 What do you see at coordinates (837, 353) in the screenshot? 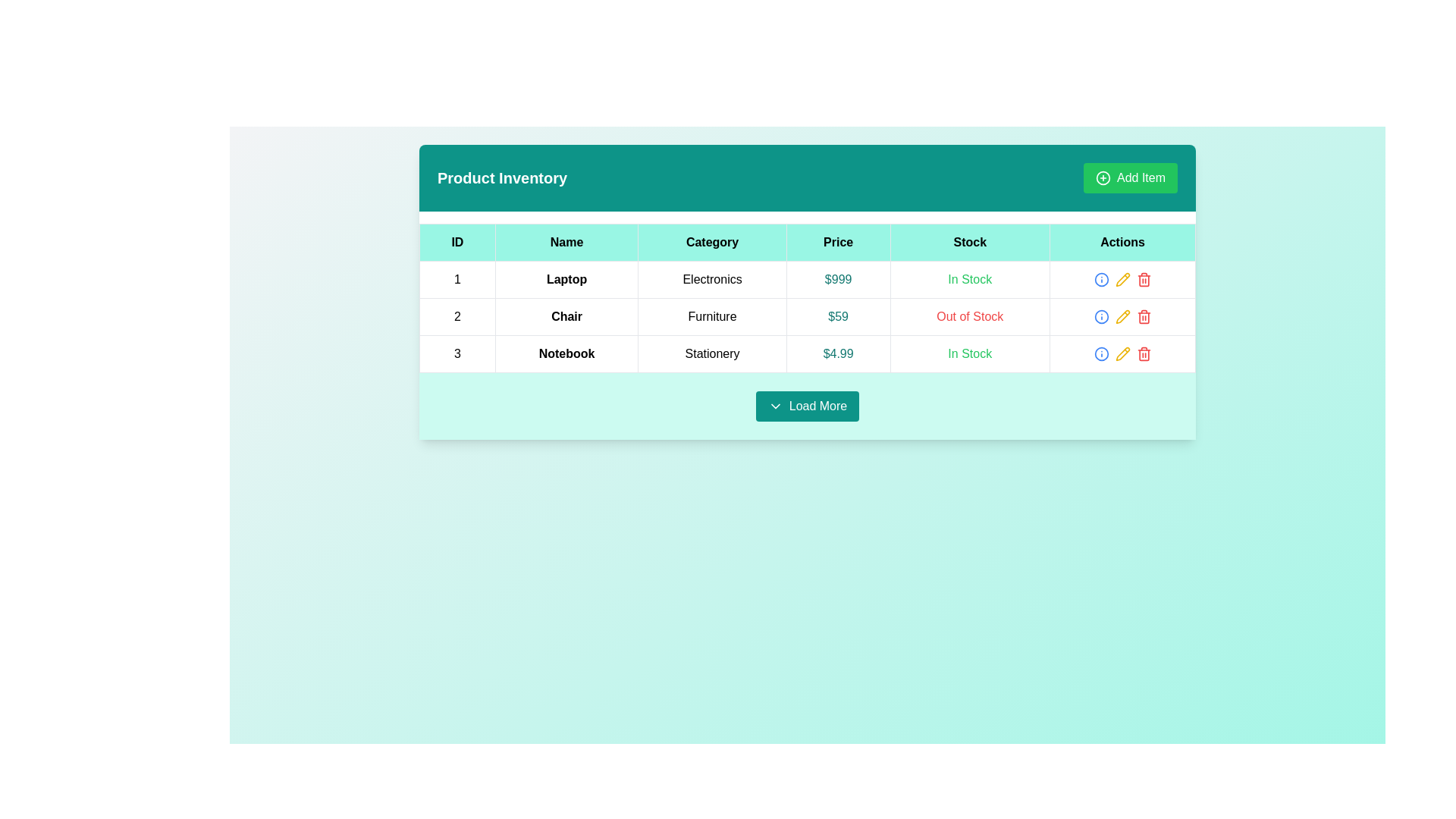
I see `the price label displaying '$4.99' in teal color, located in the fourth column of the third row of the product inventory table under the 'Price' header, associated with the 'Notebook' product` at bounding box center [837, 353].